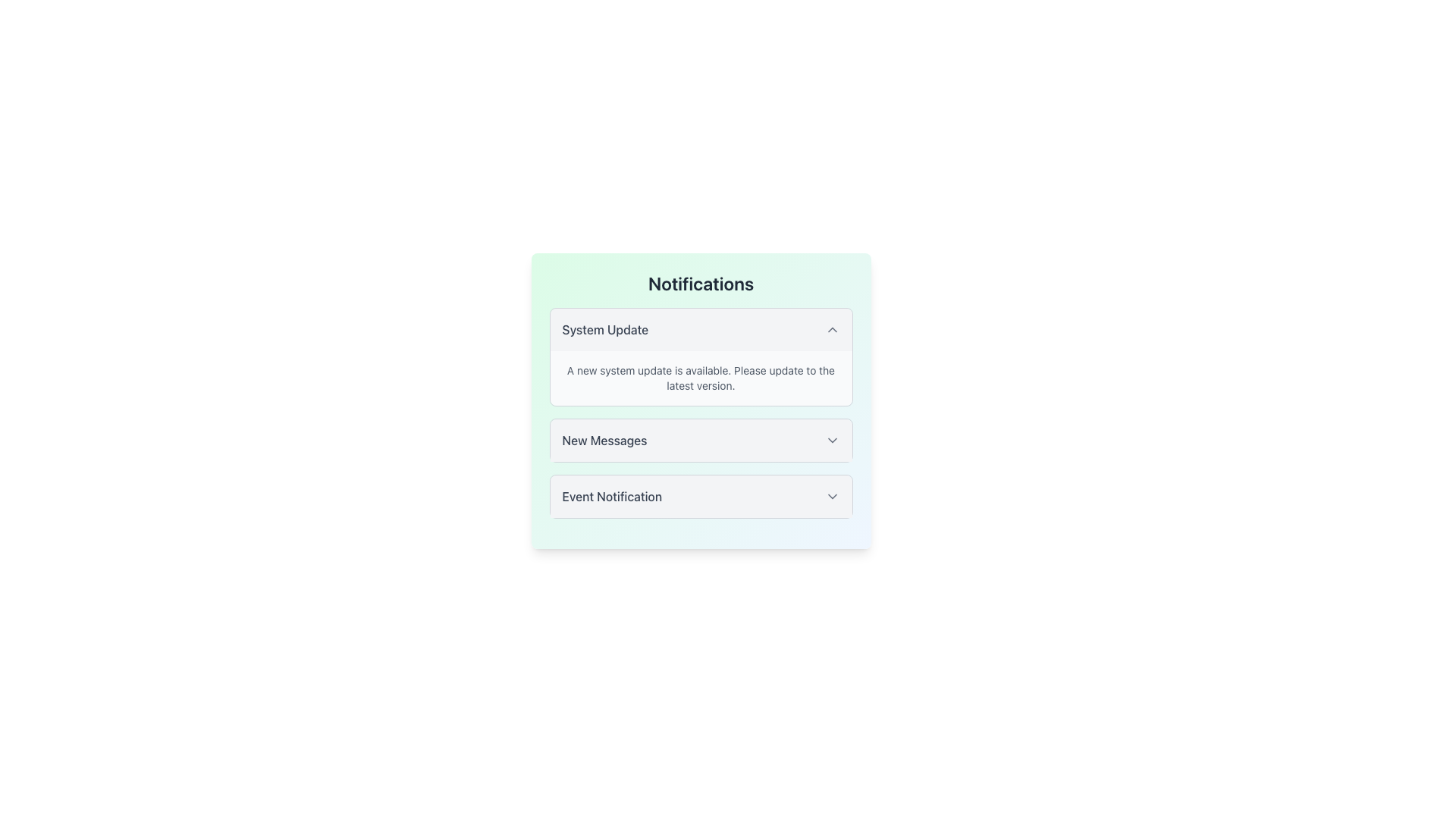  I want to click on the text area displaying system update notifications located beneath the 'System Update' header, so click(700, 377).